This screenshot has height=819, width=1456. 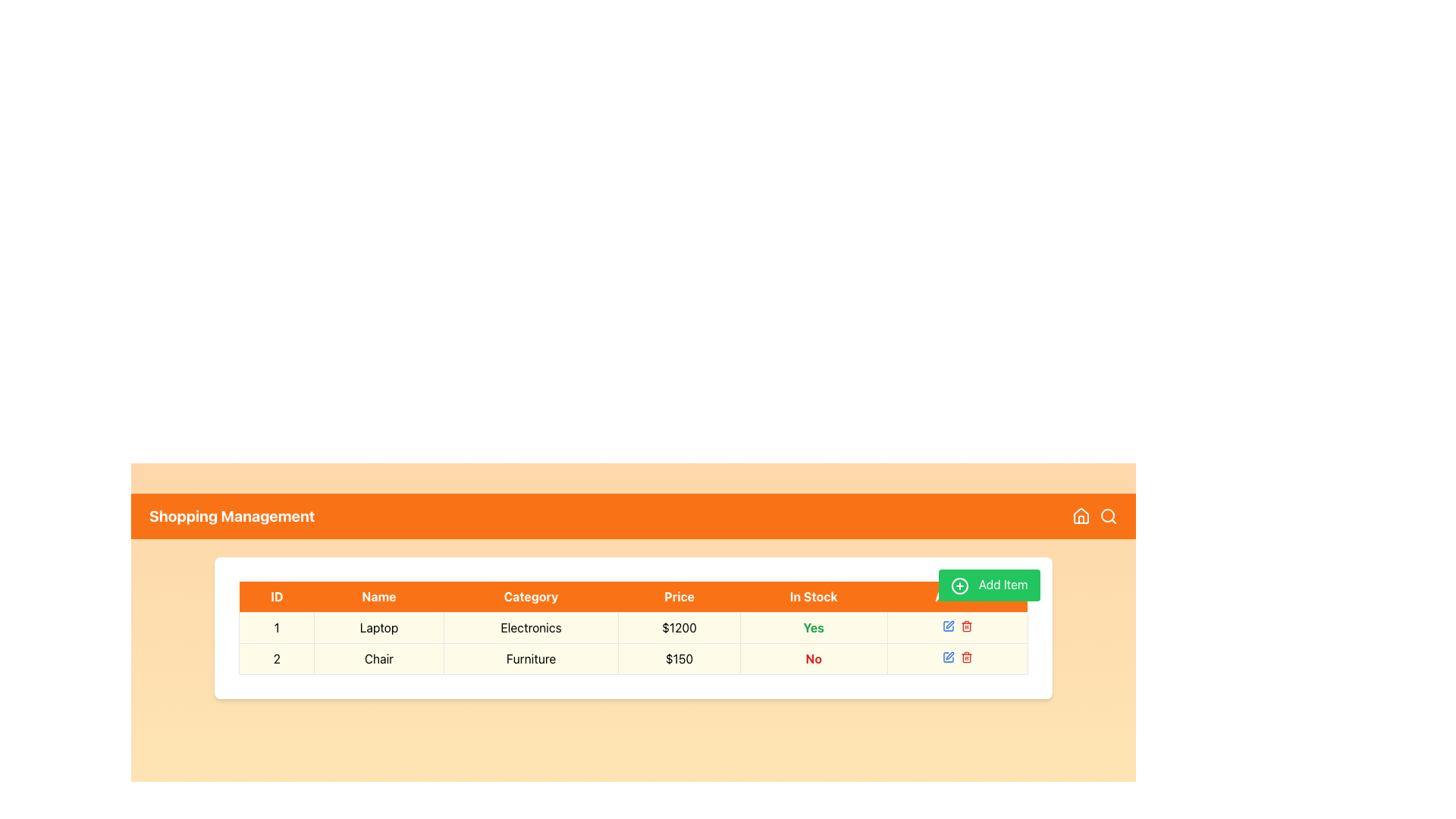 I want to click on the edit button located in the last row of the table under the 'In Stock' column, so click(x=947, y=657).